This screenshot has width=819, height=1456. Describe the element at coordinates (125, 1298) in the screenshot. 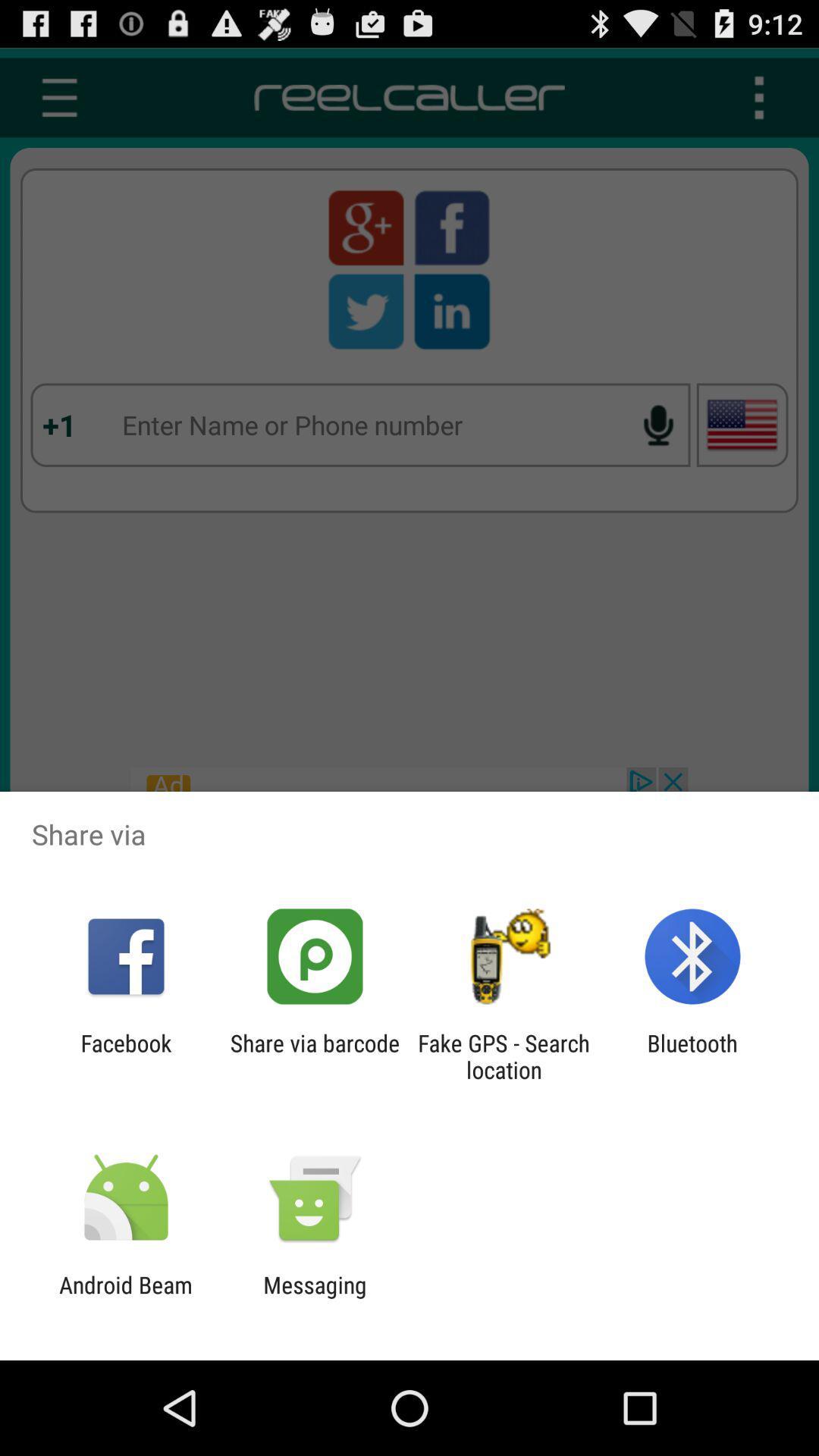

I see `the icon next to the messaging icon` at that location.